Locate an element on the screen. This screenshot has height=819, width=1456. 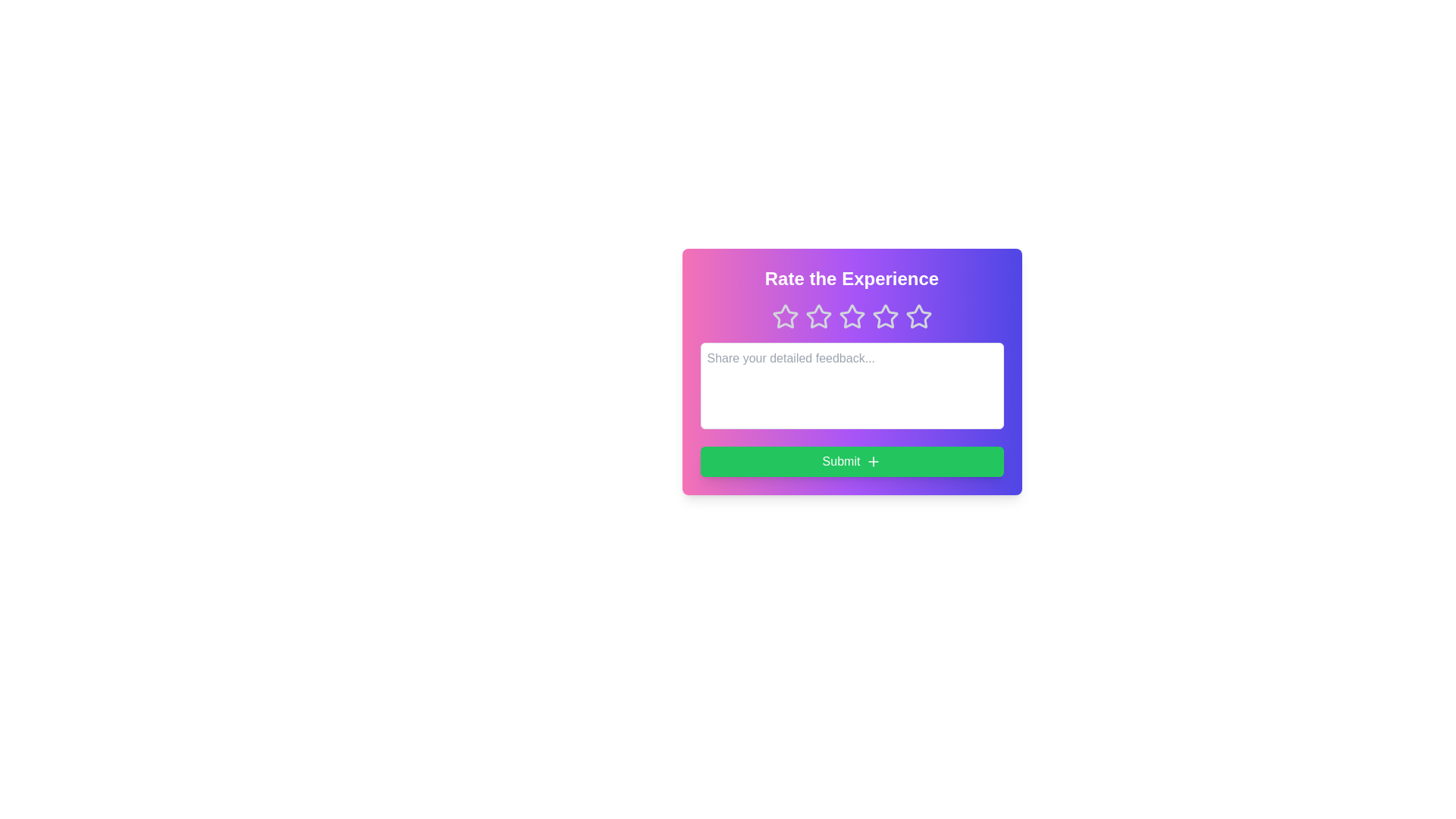
the star corresponding to the desired rating 1 is located at coordinates (785, 315).